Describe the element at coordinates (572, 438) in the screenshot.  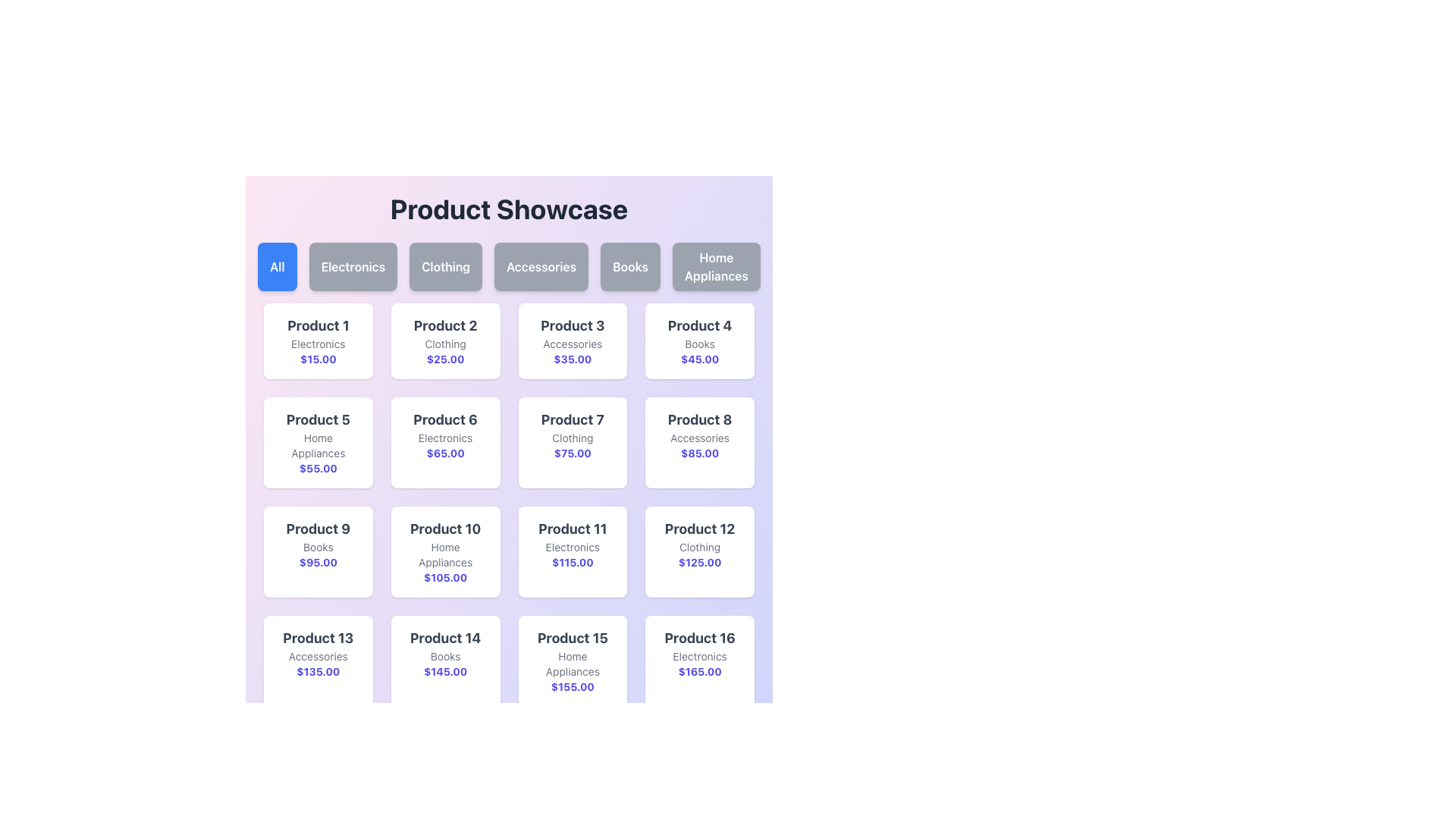
I see `the Text label indicating the category for 'Product 7', located below the product title and above the price information` at that location.